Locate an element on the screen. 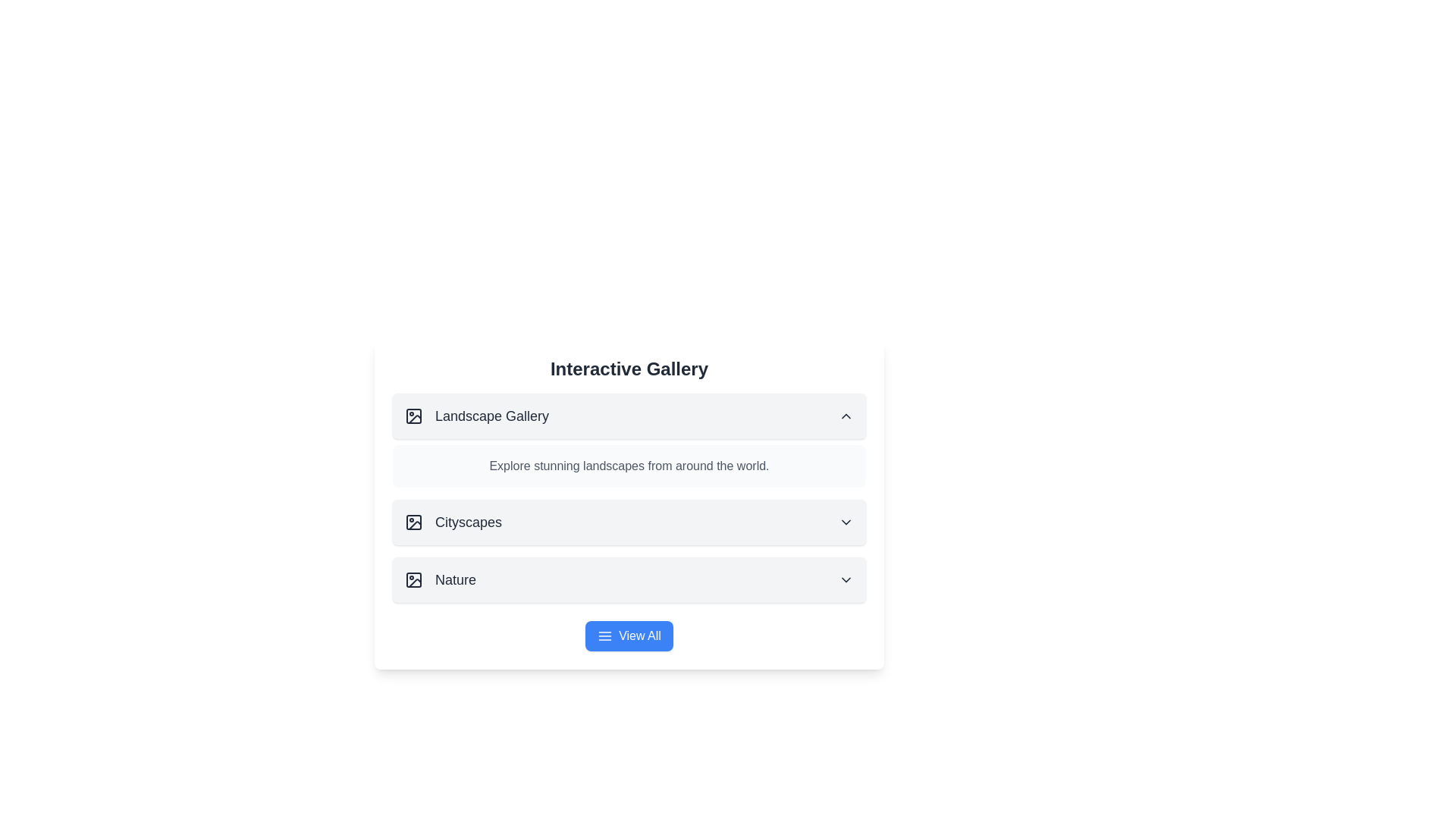  the icon representing the 'Cityscapes' category, which is the second list item in a vertical group is located at coordinates (414, 522).